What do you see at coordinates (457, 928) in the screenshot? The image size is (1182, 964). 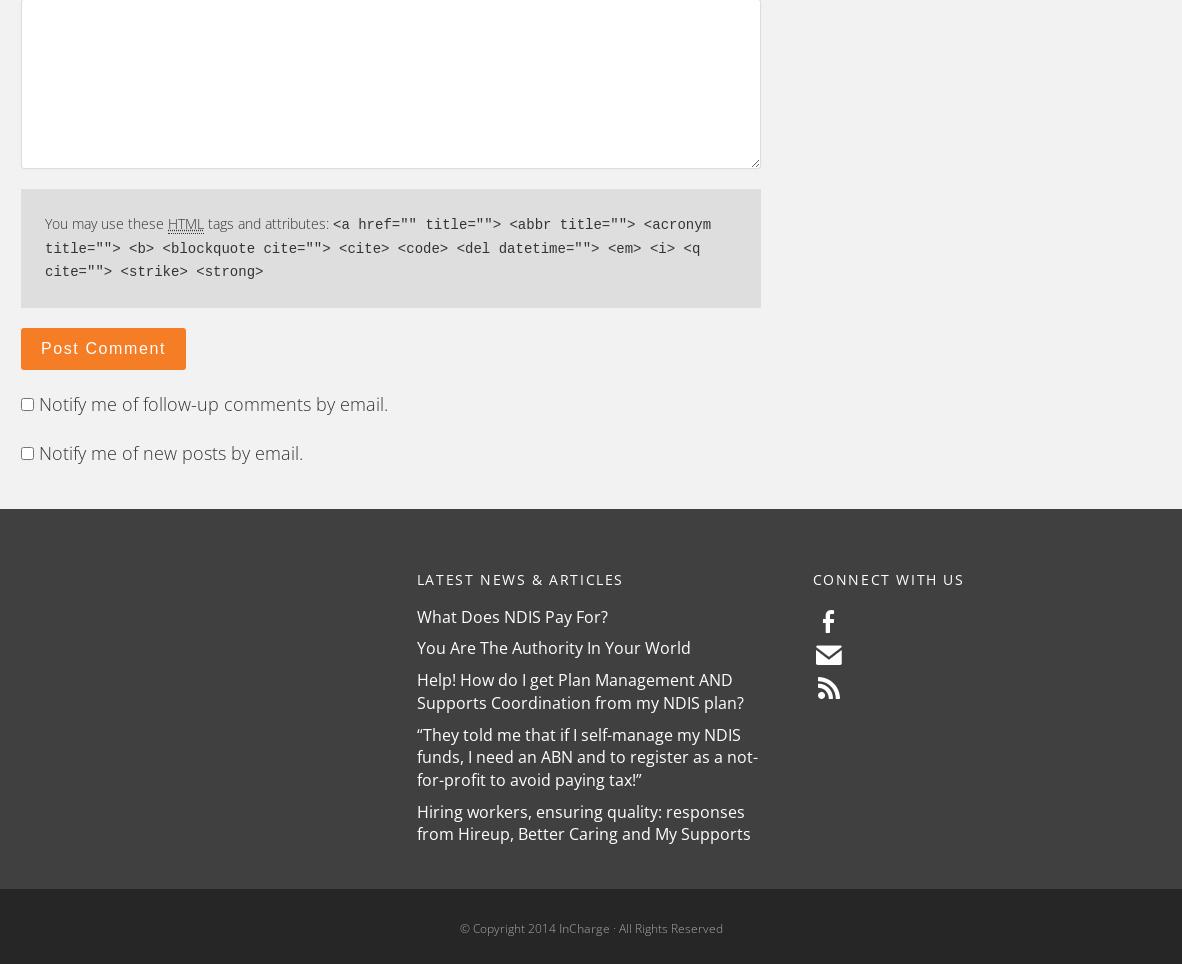 I see `'© Copyright 2014'` at bounding box center [457, 928].